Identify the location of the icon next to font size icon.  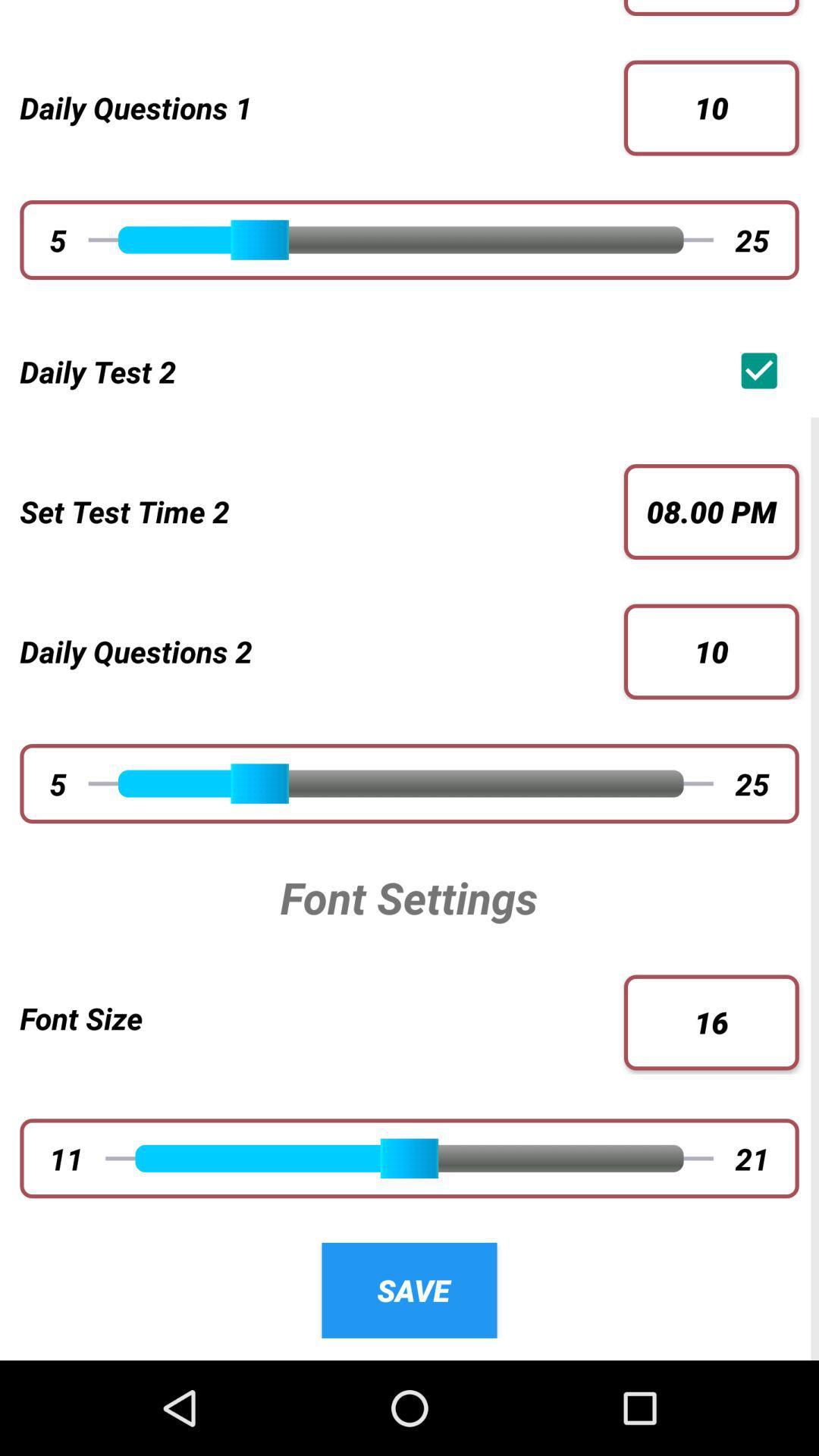
(711, 1022).